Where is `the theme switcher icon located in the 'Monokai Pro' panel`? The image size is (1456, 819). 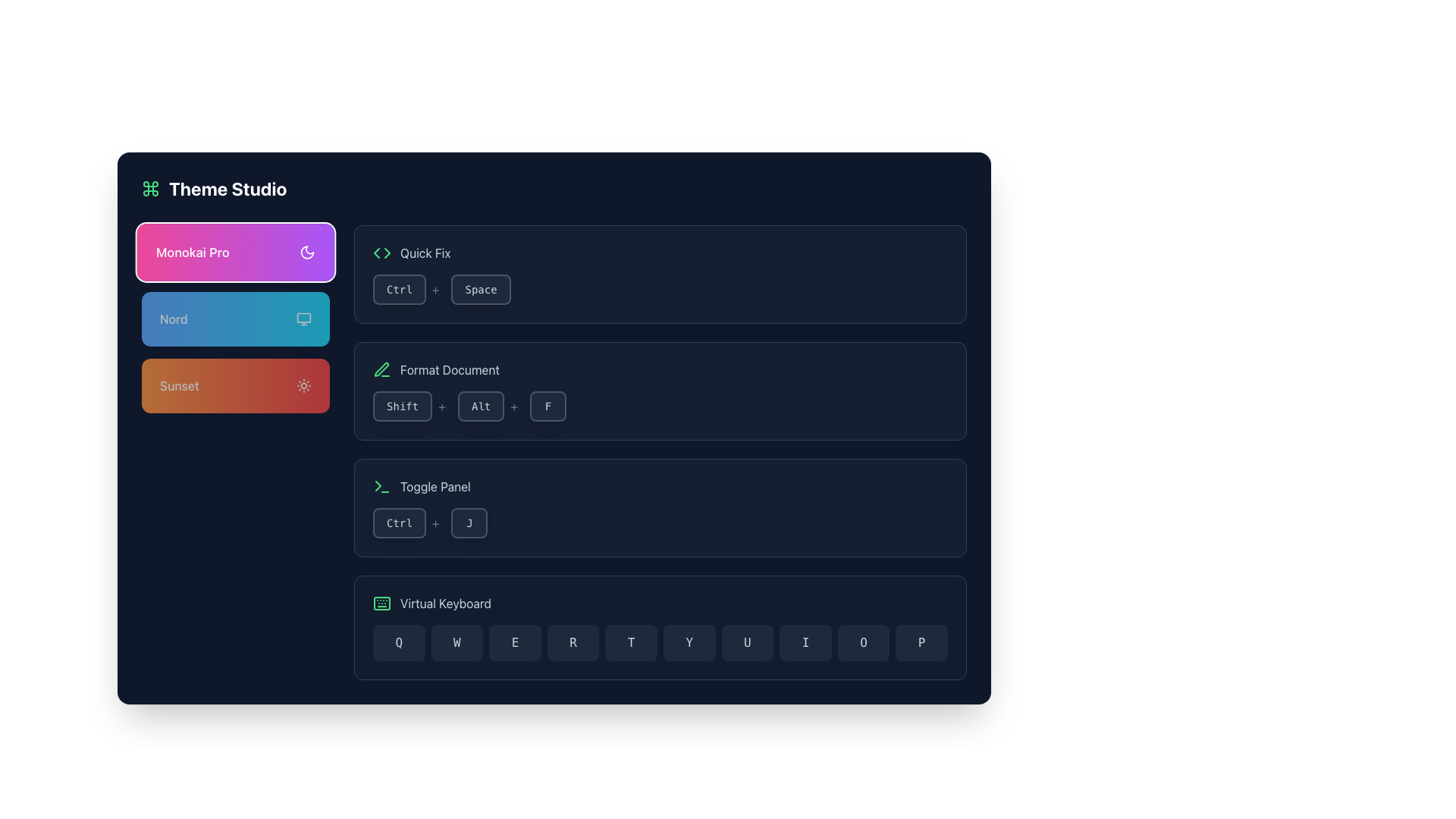
the theme switcher icon located in the 'Monokai Pro' panel is located at coordinates (306, 251).